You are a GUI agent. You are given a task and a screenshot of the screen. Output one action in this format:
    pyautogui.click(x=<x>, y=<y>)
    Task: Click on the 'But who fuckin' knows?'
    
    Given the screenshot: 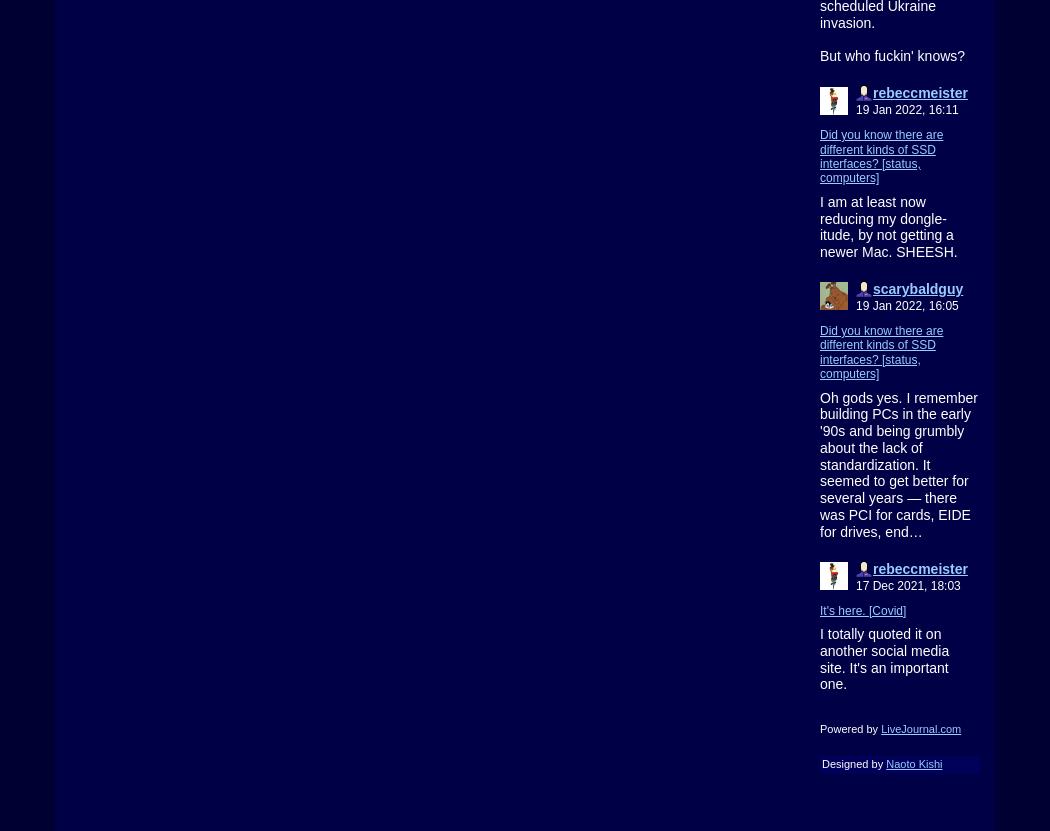 What is the action you would take?
    pyautogui.click(x=891, y=55)
    